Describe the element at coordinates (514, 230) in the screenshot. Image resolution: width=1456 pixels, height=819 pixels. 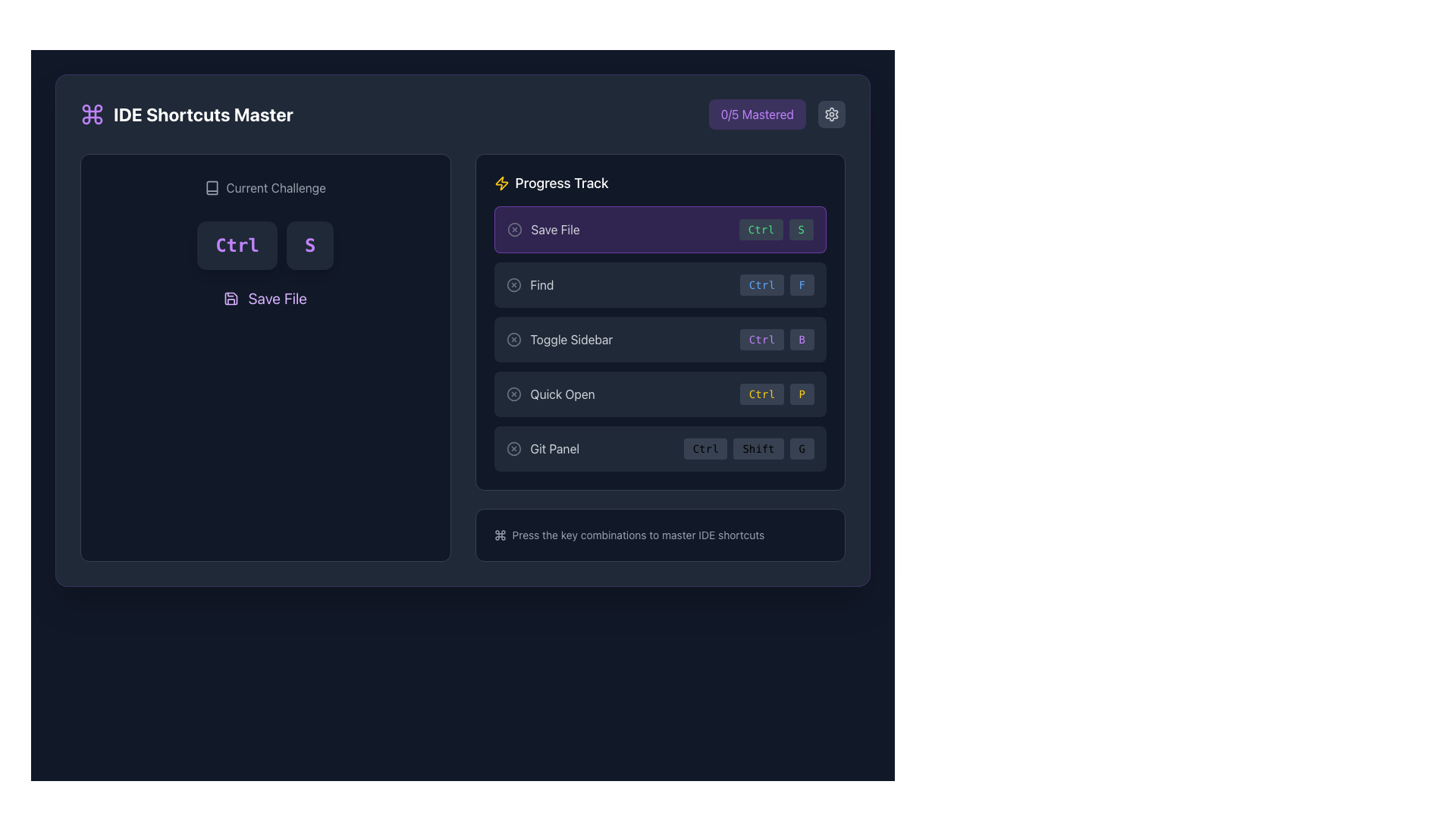
I see `the 'Save File' icon, which is a circular icon with a cross, located at the leftmost position within the 'Progress Track' list` at that location.